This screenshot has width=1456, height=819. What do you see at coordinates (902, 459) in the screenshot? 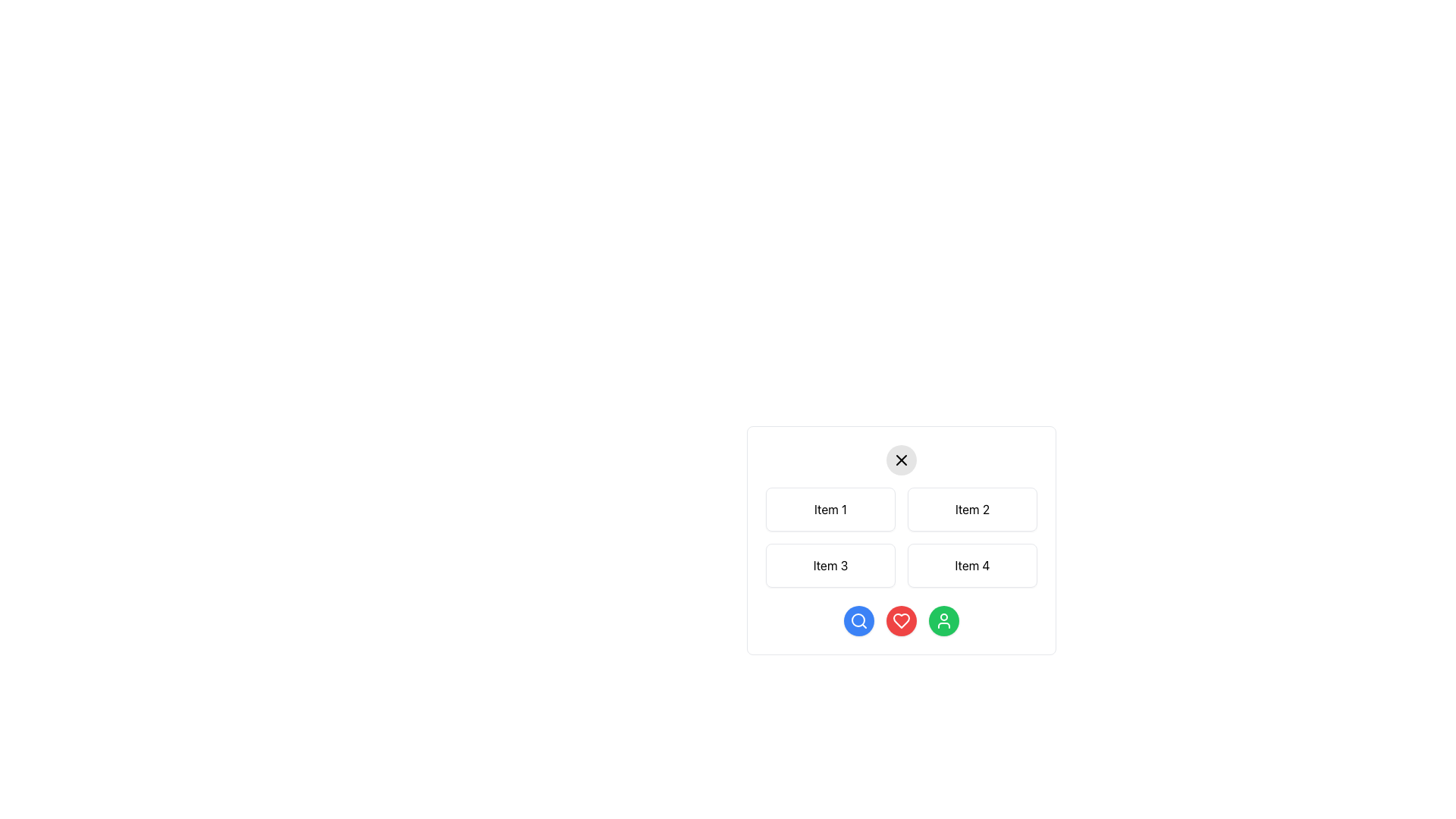
I see `the decorative close icon located at the center of a circular button above the grid of labeled buttons ('Item 1' to 'Item 4')` at bounding box center [902, 459].